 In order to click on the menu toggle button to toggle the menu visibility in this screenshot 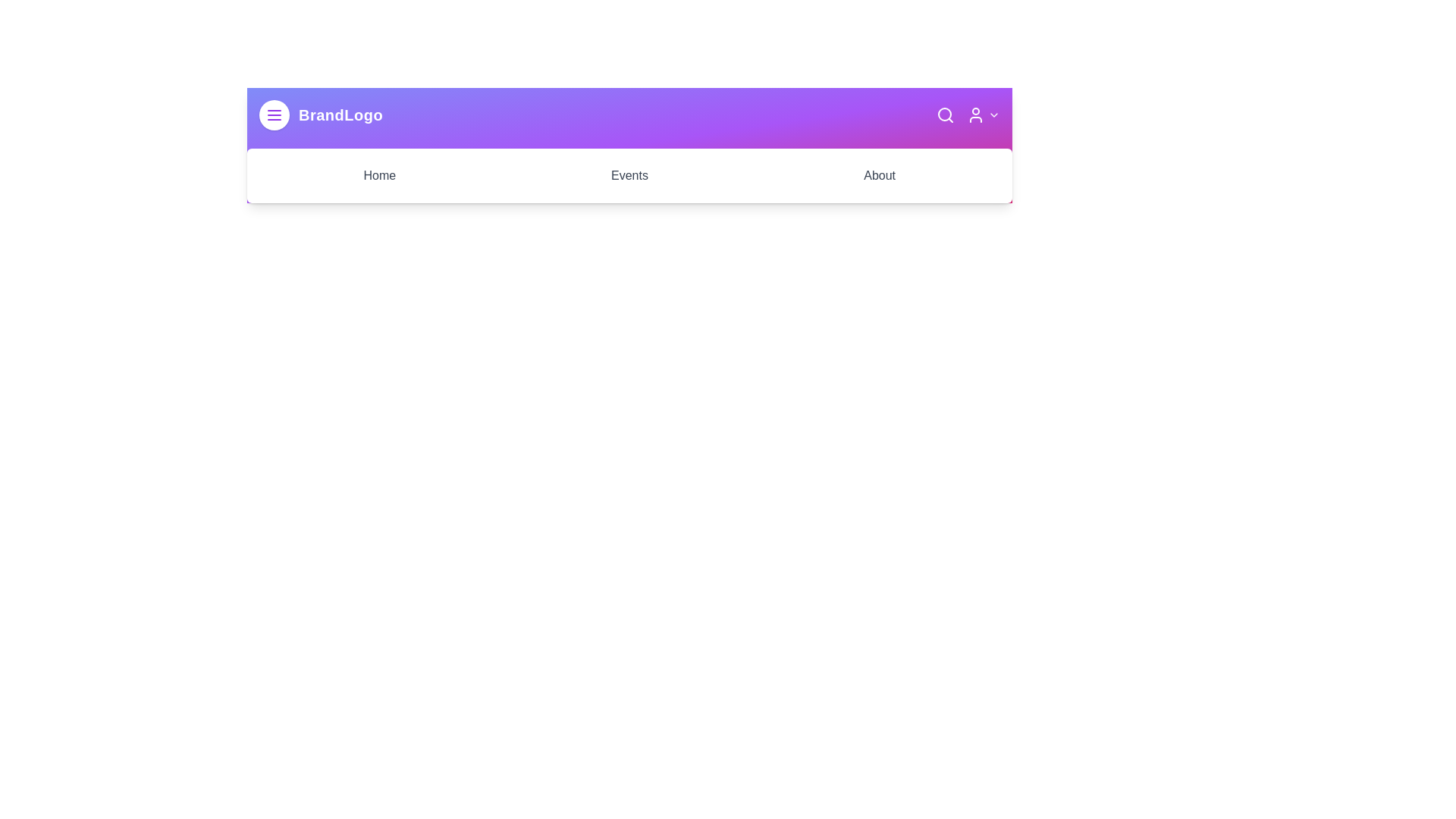, I will do `click(274, 114)`.